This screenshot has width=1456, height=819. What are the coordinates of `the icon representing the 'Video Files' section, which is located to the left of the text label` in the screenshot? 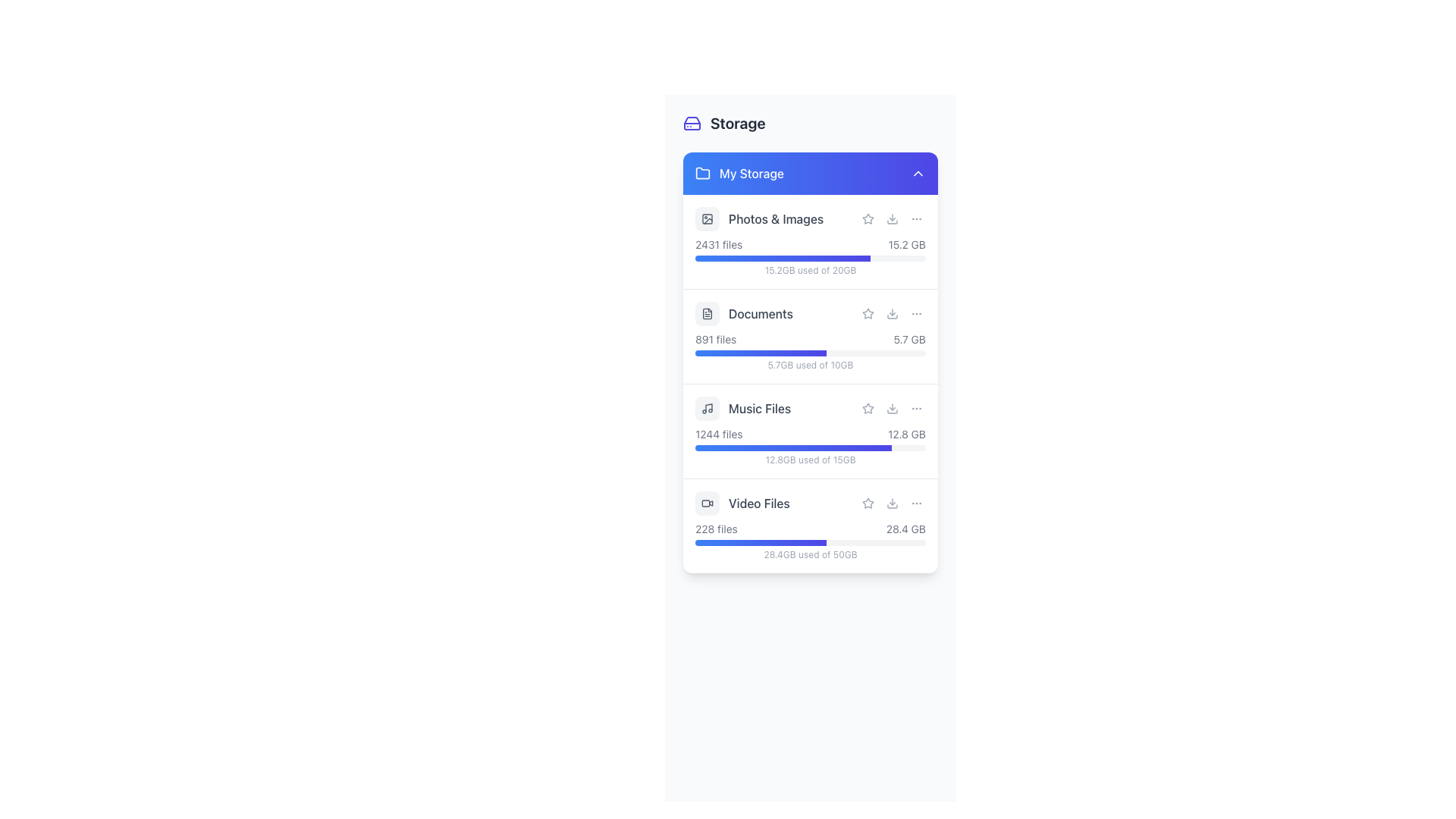 It's located at (706, 503).